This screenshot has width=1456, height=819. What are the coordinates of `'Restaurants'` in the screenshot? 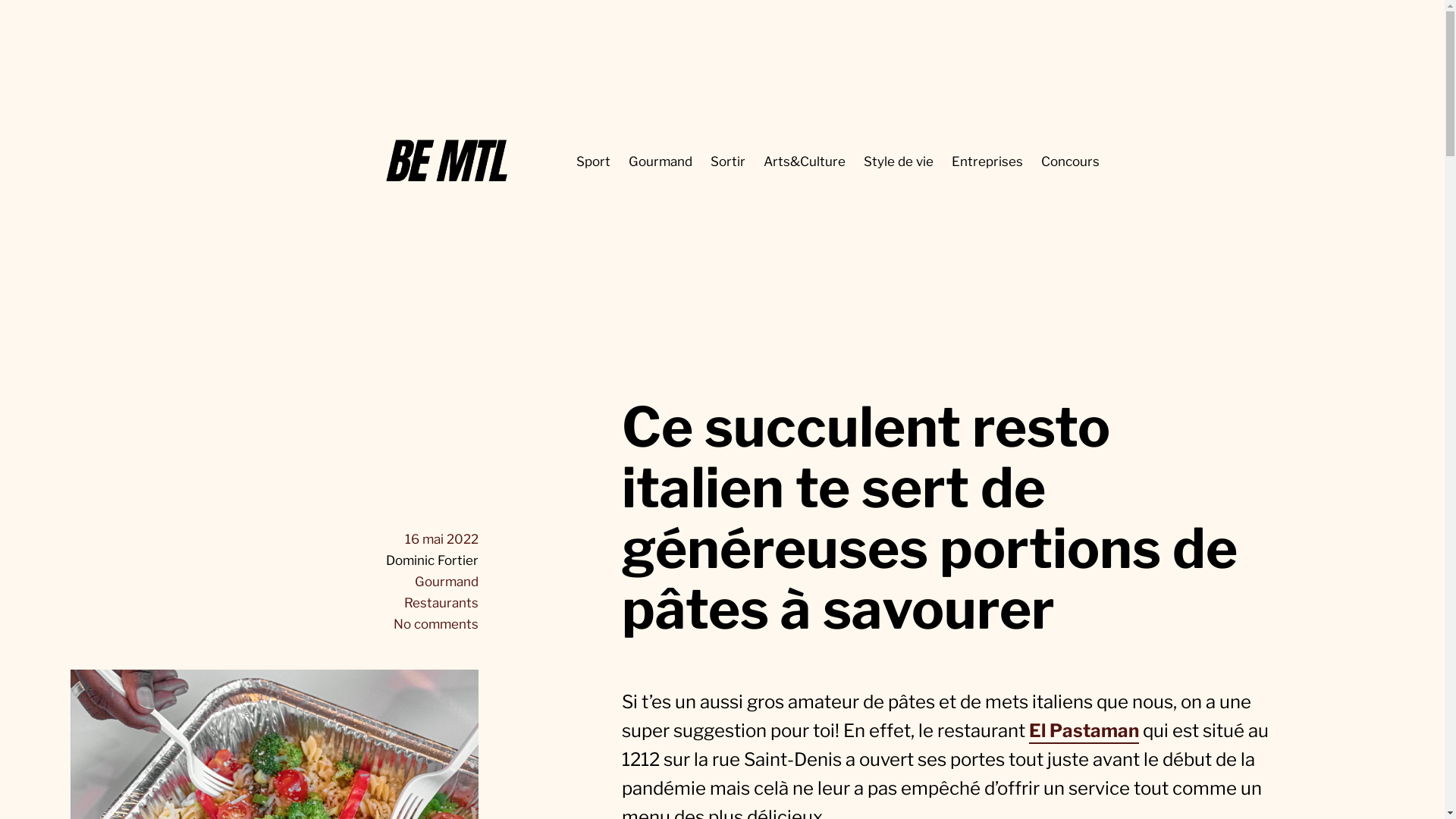 It's located at (440, 601).